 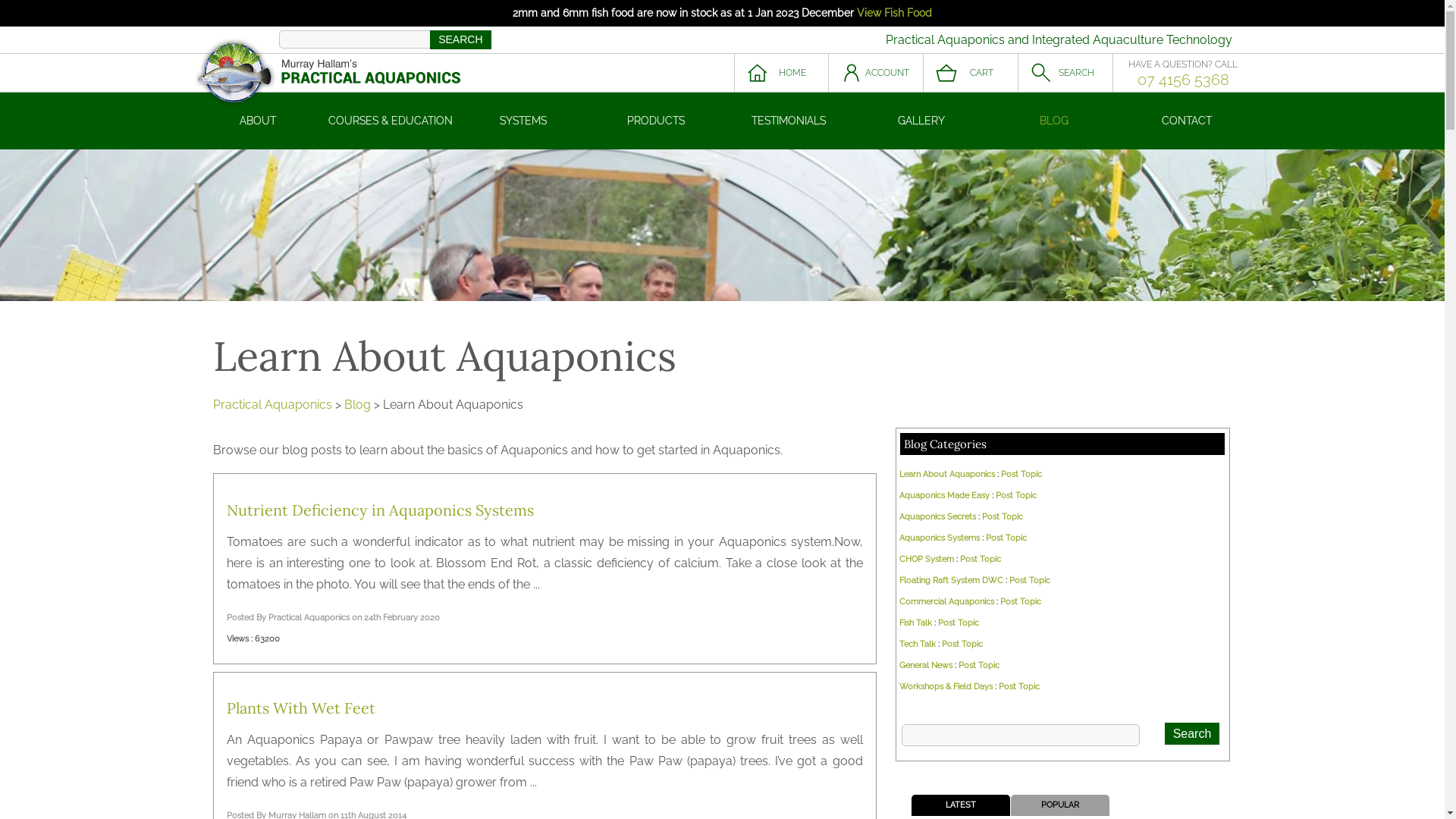 I want to click on 'Tech Talk', so click(x=916, y=644).